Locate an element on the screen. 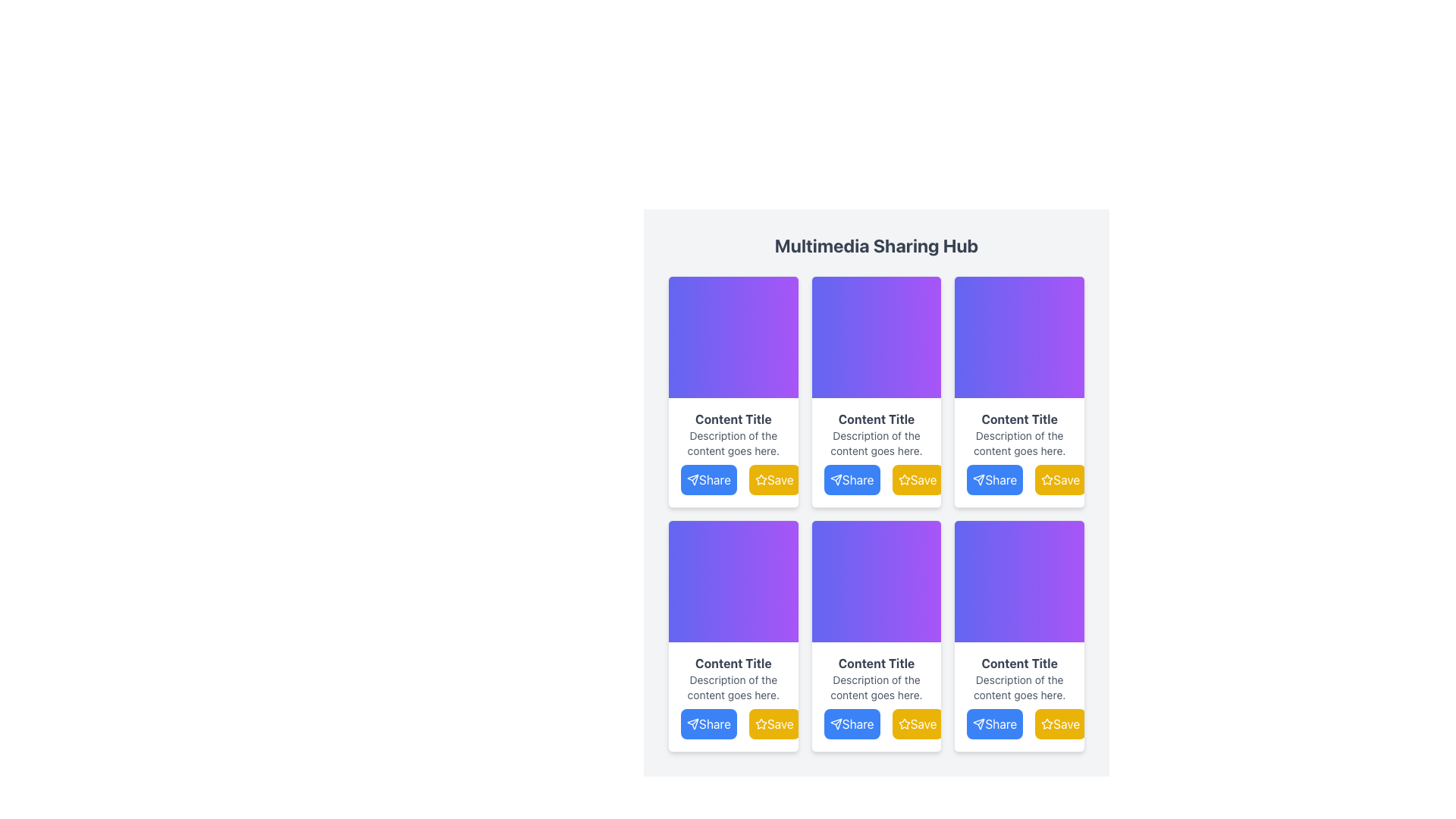 This screenshot has height=819, width=1456. the Static Text Label that displays additional information, located between the 'Content Title' and the options 'Share' and 'Save' in the third card of the bottom row is located at coordinates (877, 687).